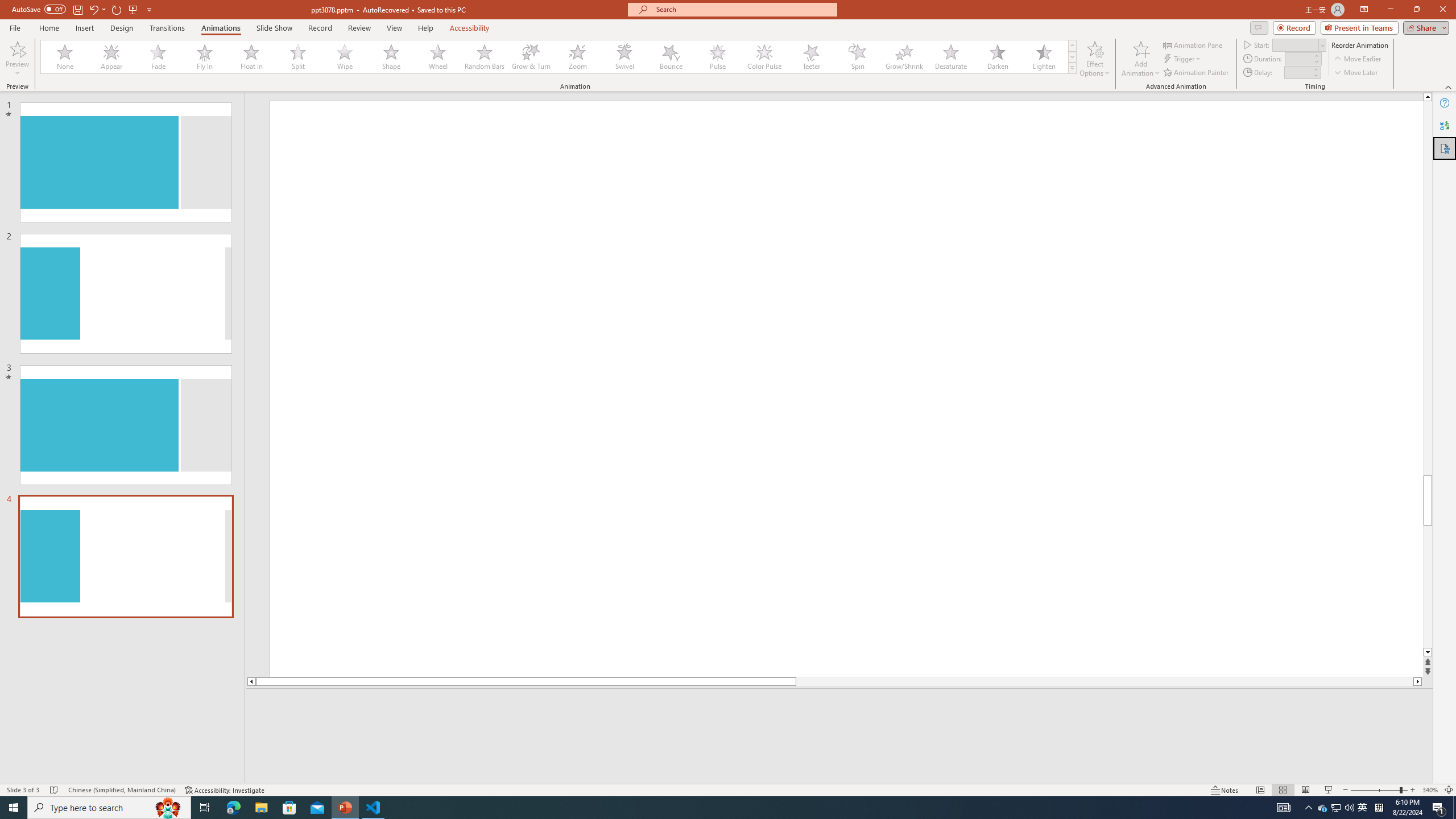 The image size is (1456, 819). Describe the element at coordinates (1043, 56) in the screenshot. I see `'Lighten'` at that location.